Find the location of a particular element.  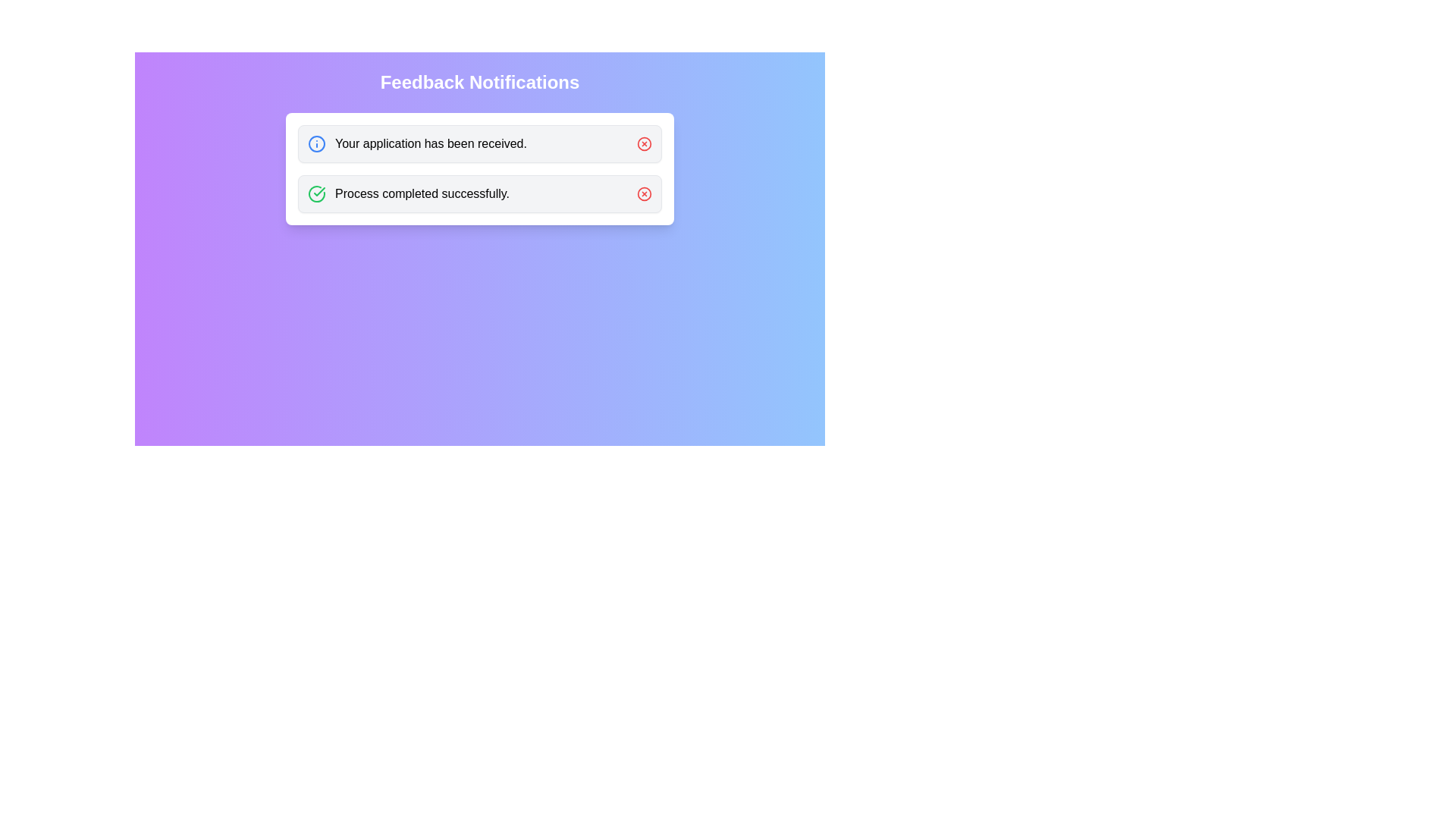

the circular blue outlined icon with a blue dot in the center, which is positioned to the left of the text 'Your application has been received.' is located at coordinates (315, 143).